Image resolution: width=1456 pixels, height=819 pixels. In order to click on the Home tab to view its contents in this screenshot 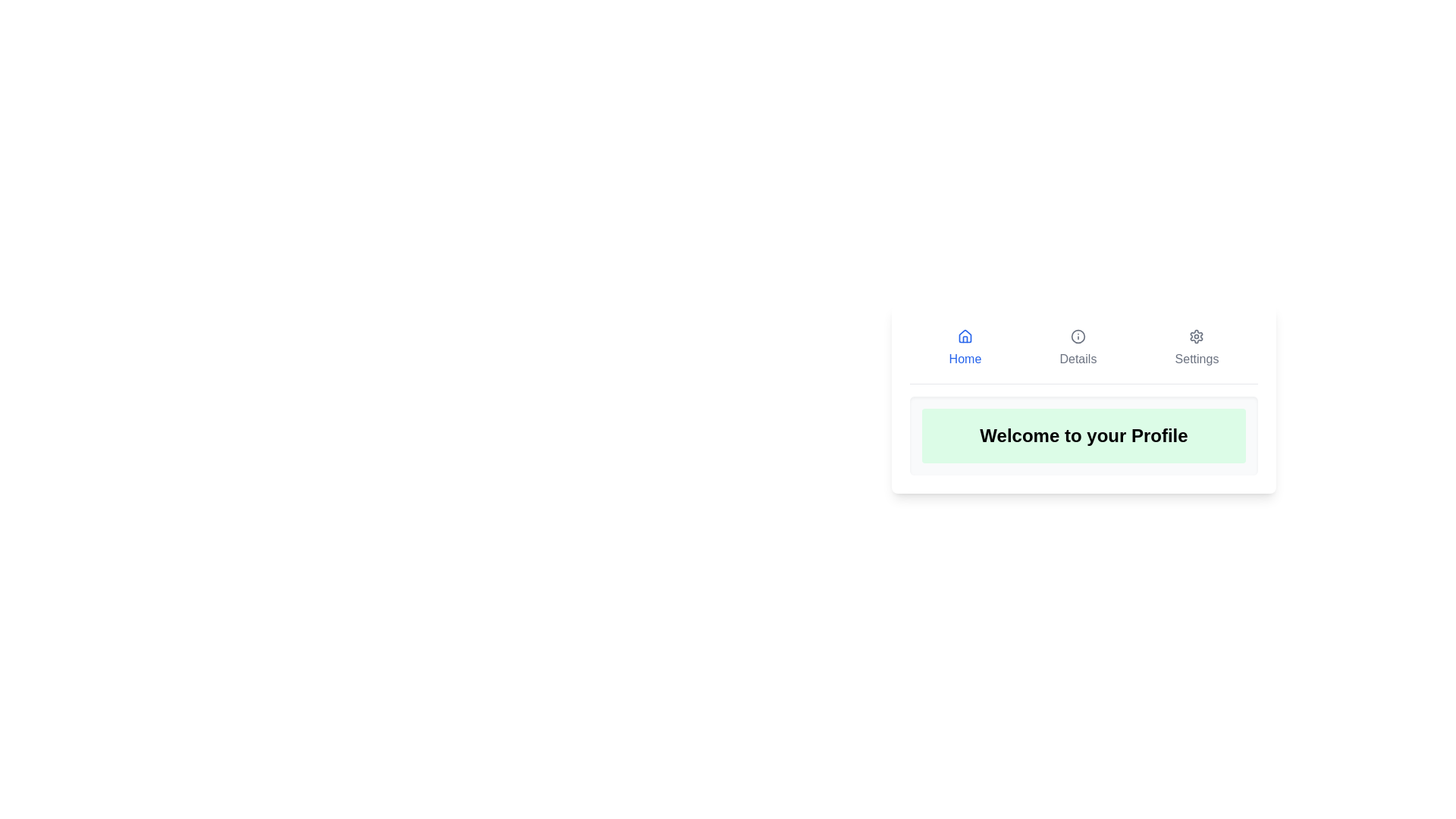, I will do `click(964, 348)`.